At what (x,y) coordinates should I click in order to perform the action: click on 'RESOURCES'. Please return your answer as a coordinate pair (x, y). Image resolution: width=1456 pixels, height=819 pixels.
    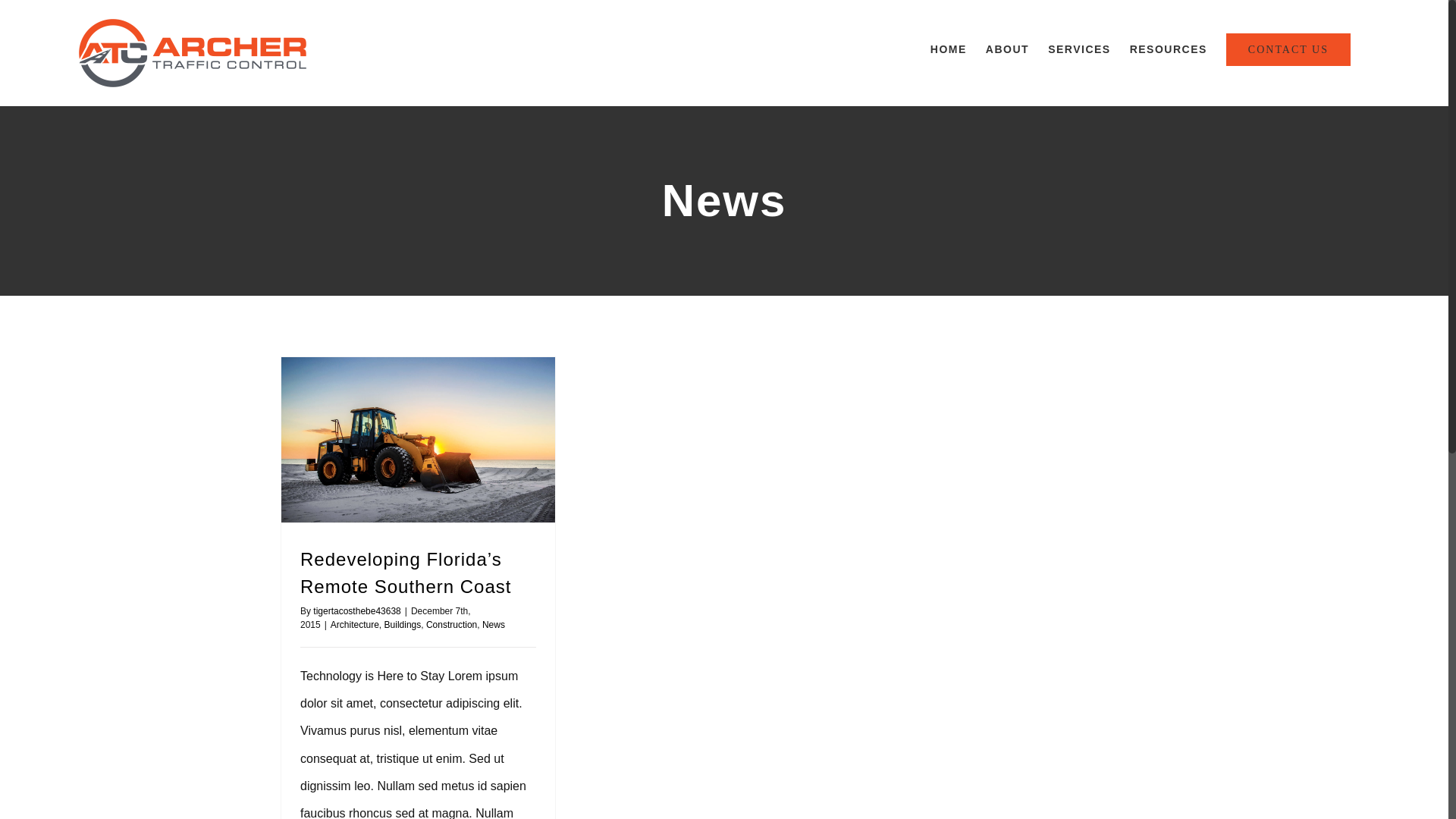
    Looking at the image, I should click on (1167, 49).